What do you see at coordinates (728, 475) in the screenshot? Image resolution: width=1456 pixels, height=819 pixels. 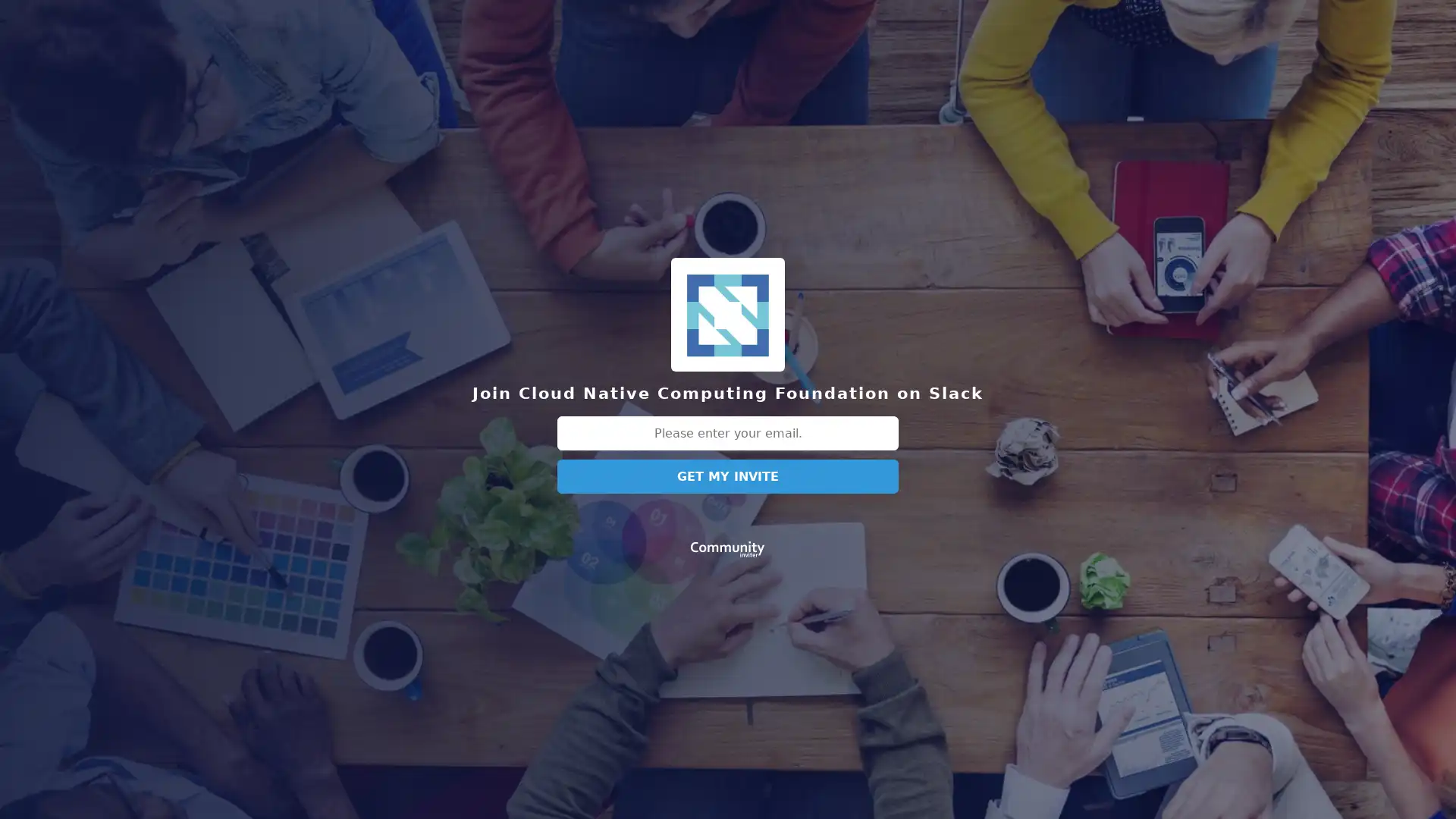 I see `GET MY INVITE` at bounding box center [728, 475].